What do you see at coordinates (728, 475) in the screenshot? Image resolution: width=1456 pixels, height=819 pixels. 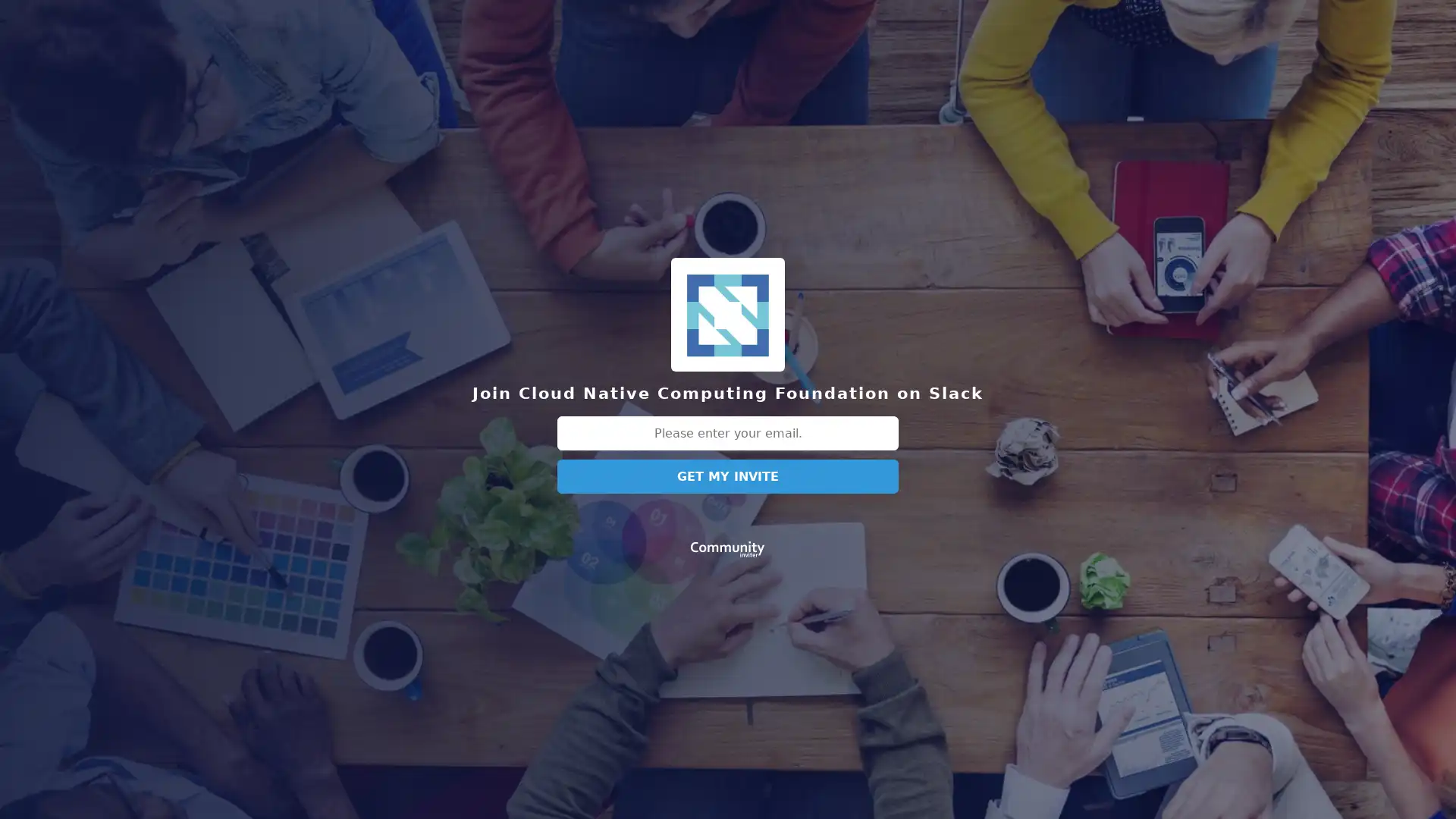 I see `GET MY INVITE` at bounding box center [728, 475].